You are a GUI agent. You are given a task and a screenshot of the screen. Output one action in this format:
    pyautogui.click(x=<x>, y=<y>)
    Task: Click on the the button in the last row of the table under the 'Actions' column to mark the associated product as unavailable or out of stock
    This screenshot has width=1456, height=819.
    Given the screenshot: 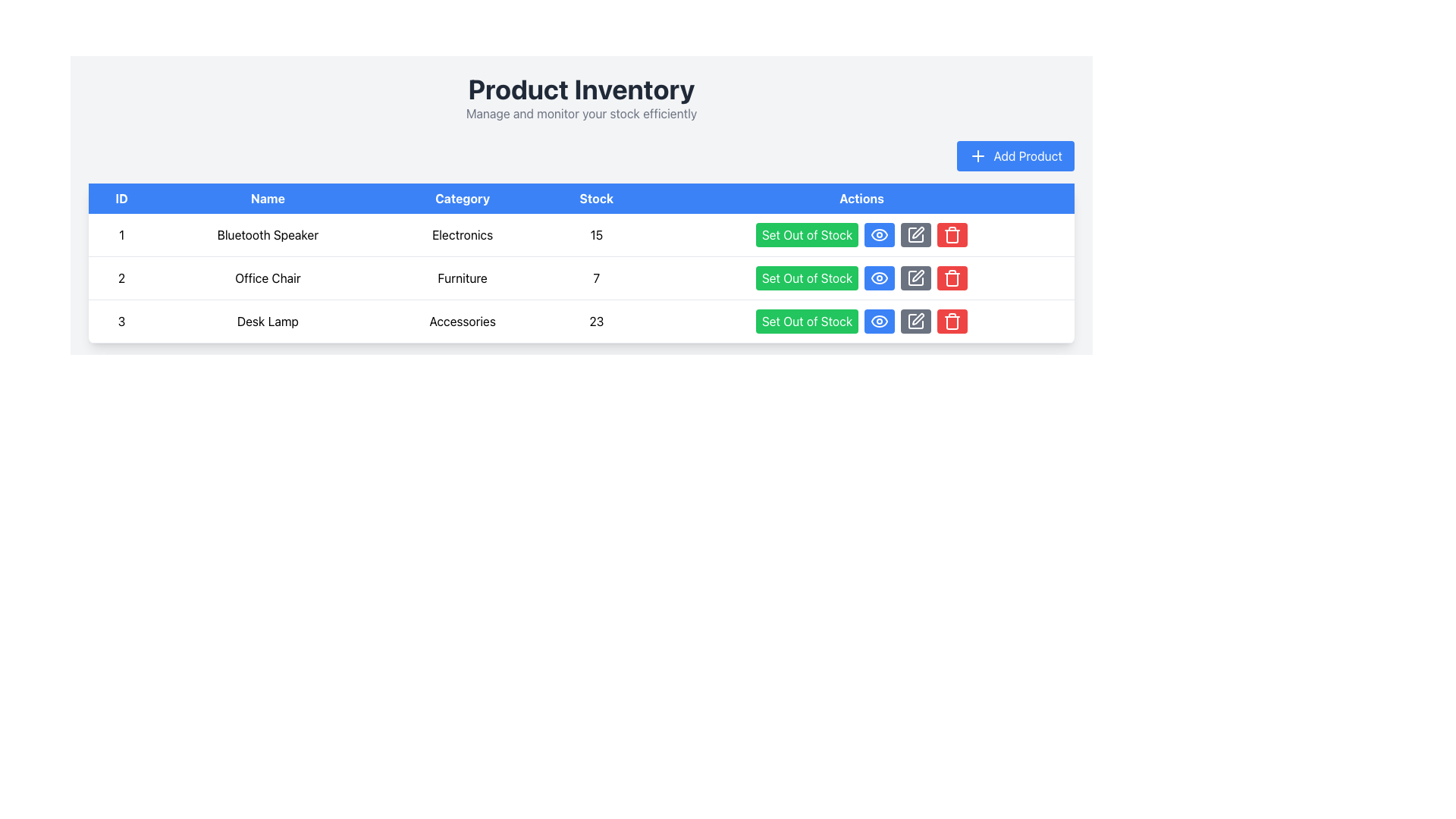 What is the action you would take?
    pyautogui.click(x=861, y=321)
    